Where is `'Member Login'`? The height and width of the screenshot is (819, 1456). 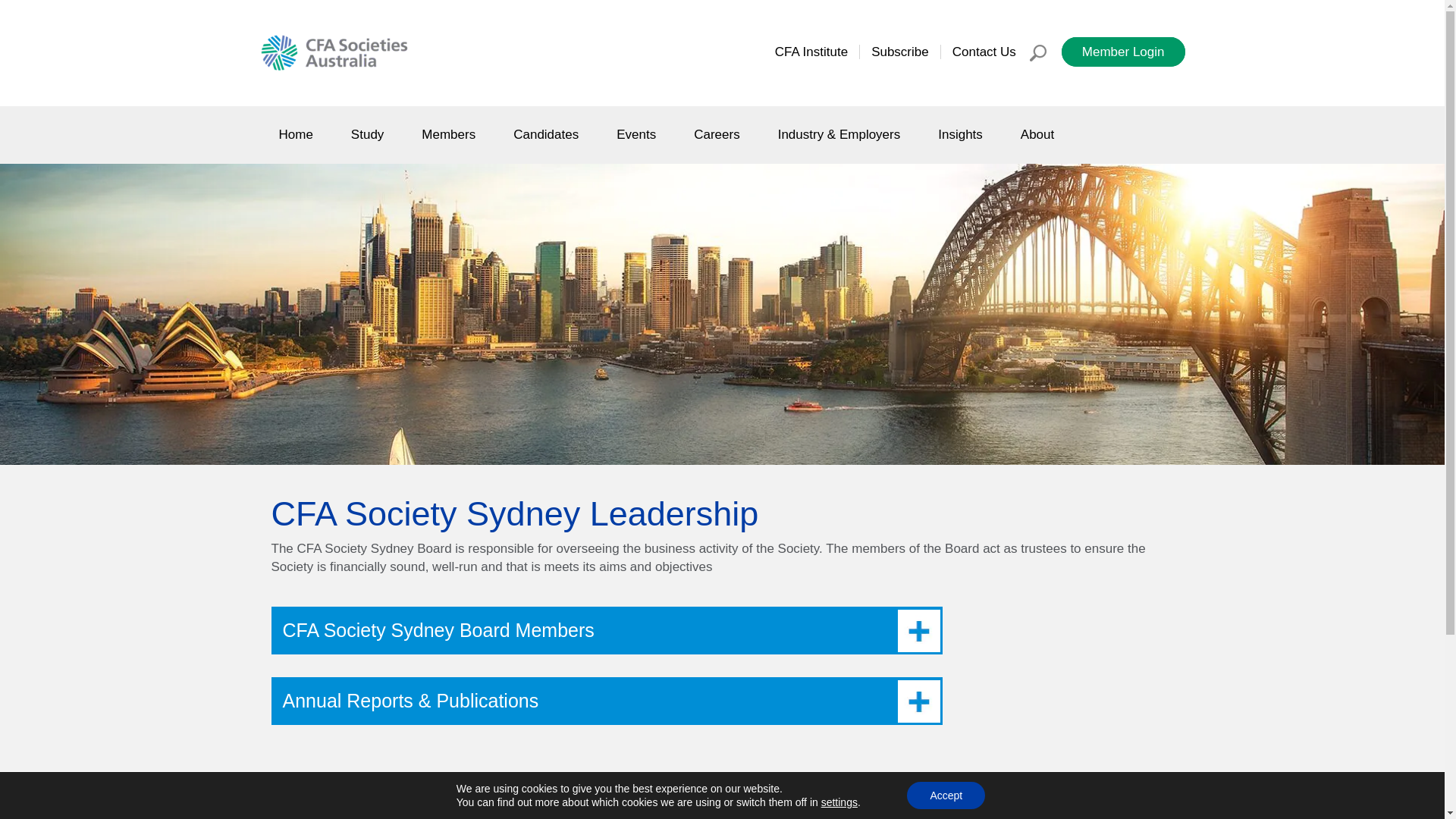
'Member Login' is located at coordinates (1061, 51).